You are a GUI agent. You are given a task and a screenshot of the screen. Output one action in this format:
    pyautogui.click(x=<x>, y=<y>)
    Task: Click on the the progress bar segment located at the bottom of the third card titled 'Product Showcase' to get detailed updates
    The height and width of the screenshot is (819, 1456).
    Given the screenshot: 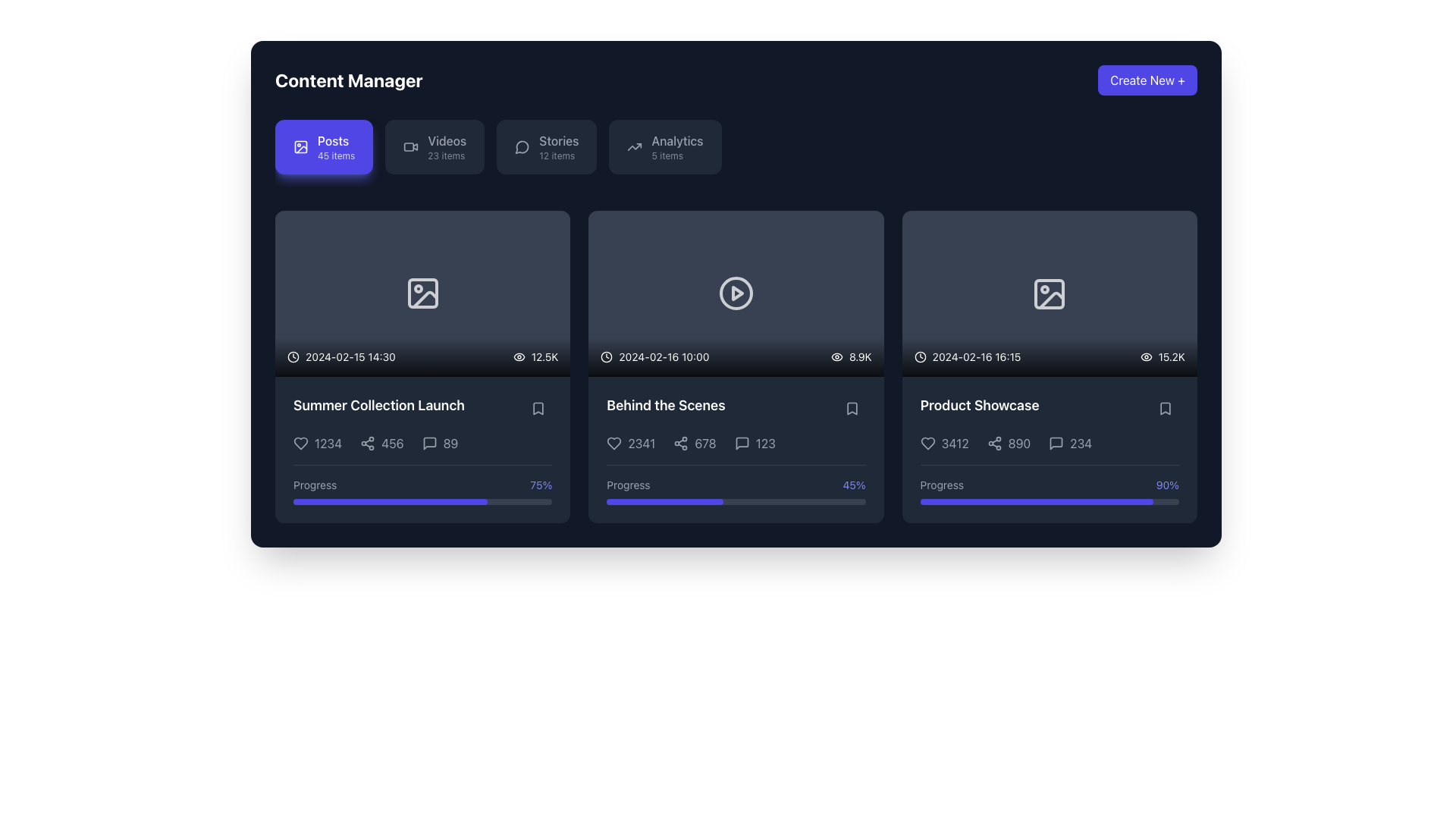 What is the action you would take?
    pyautogui.click(x=1036, y=502)
    